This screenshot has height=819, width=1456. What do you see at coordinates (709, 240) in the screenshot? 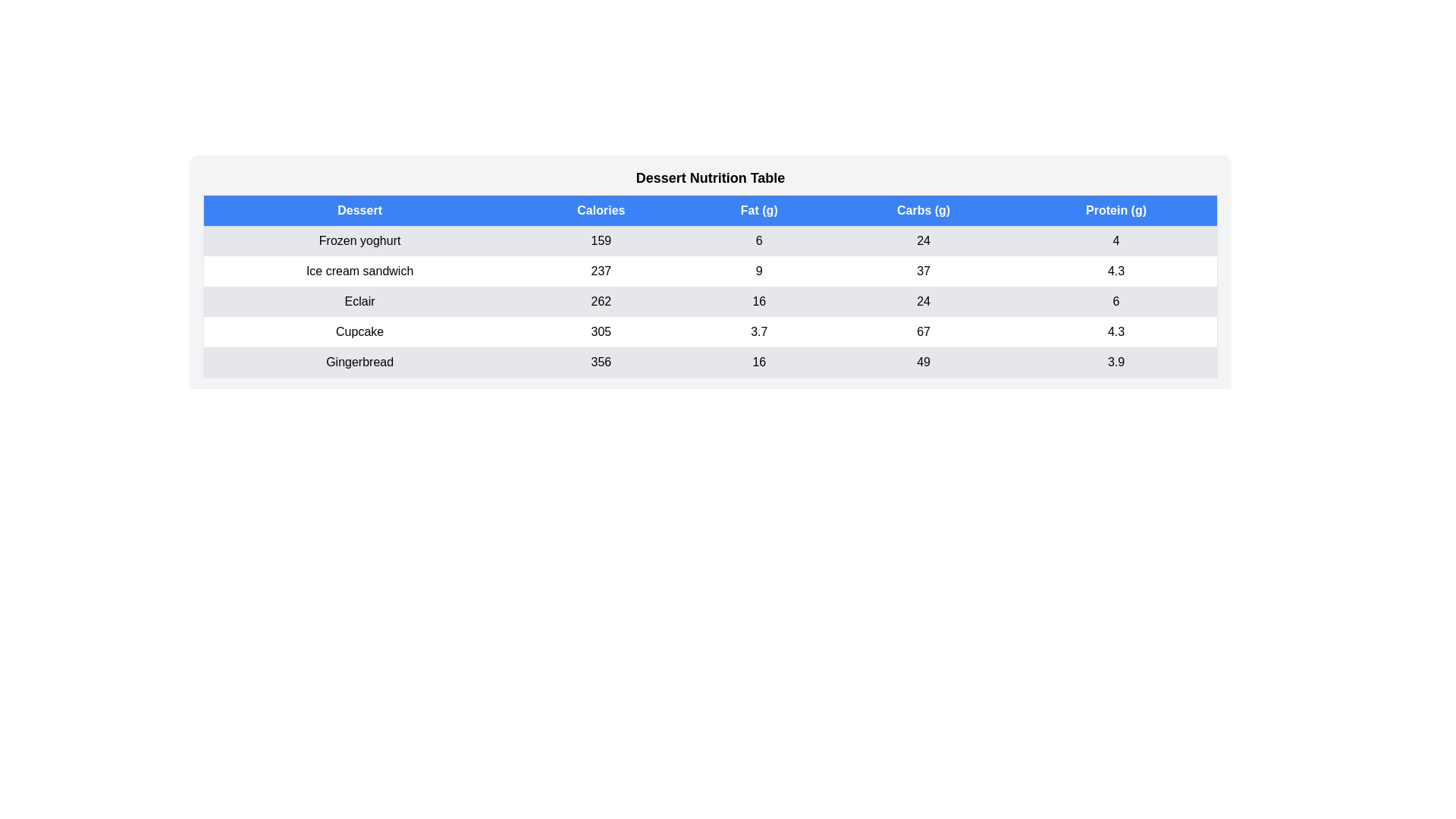
I see `the row corresponding to Frozen yoghurt` at bounding box center [709, 240].